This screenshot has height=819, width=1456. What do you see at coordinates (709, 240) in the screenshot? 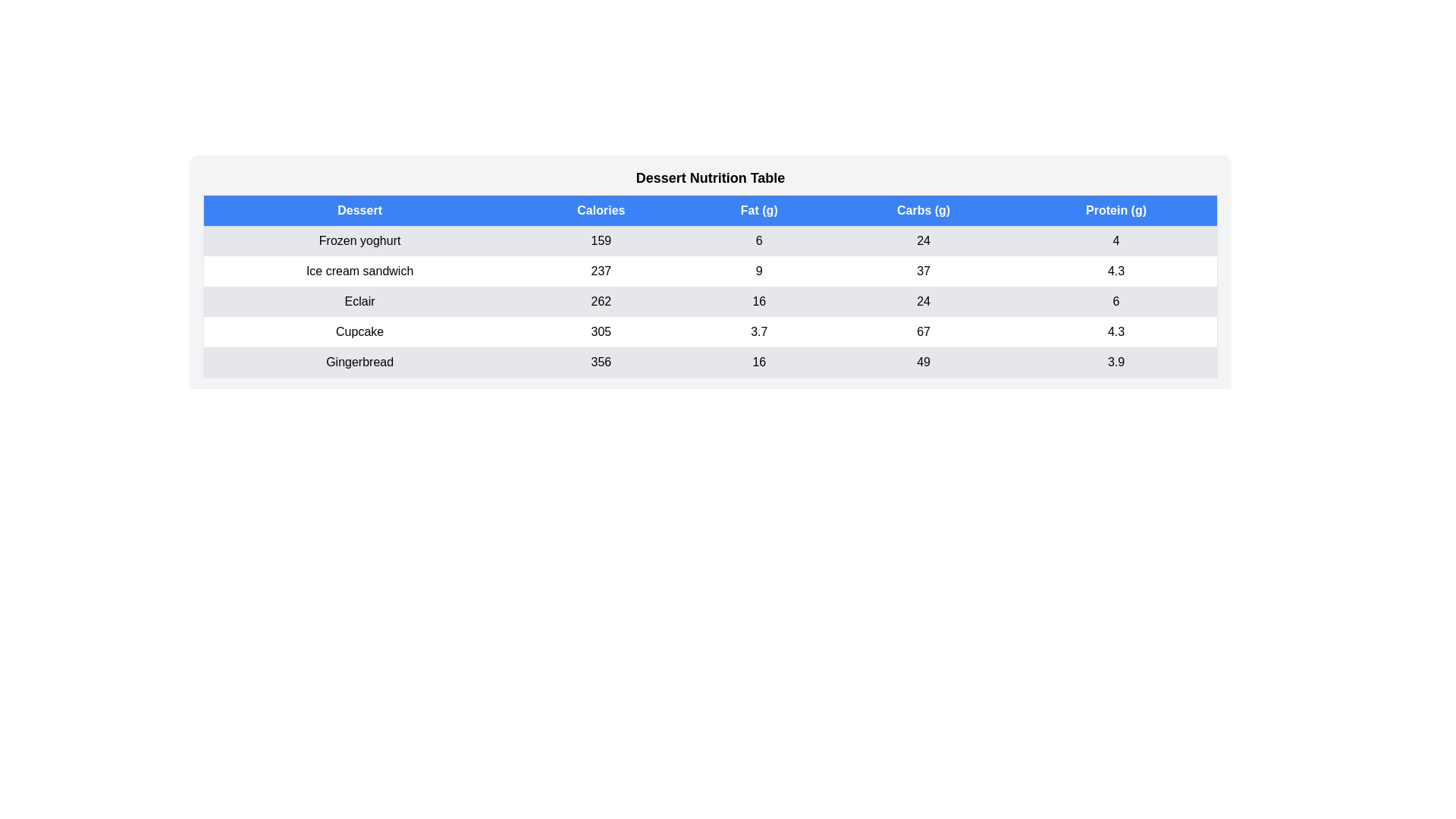
I see `the row corresponding to Frozen yoghurt` at bounding box center [709, 240].